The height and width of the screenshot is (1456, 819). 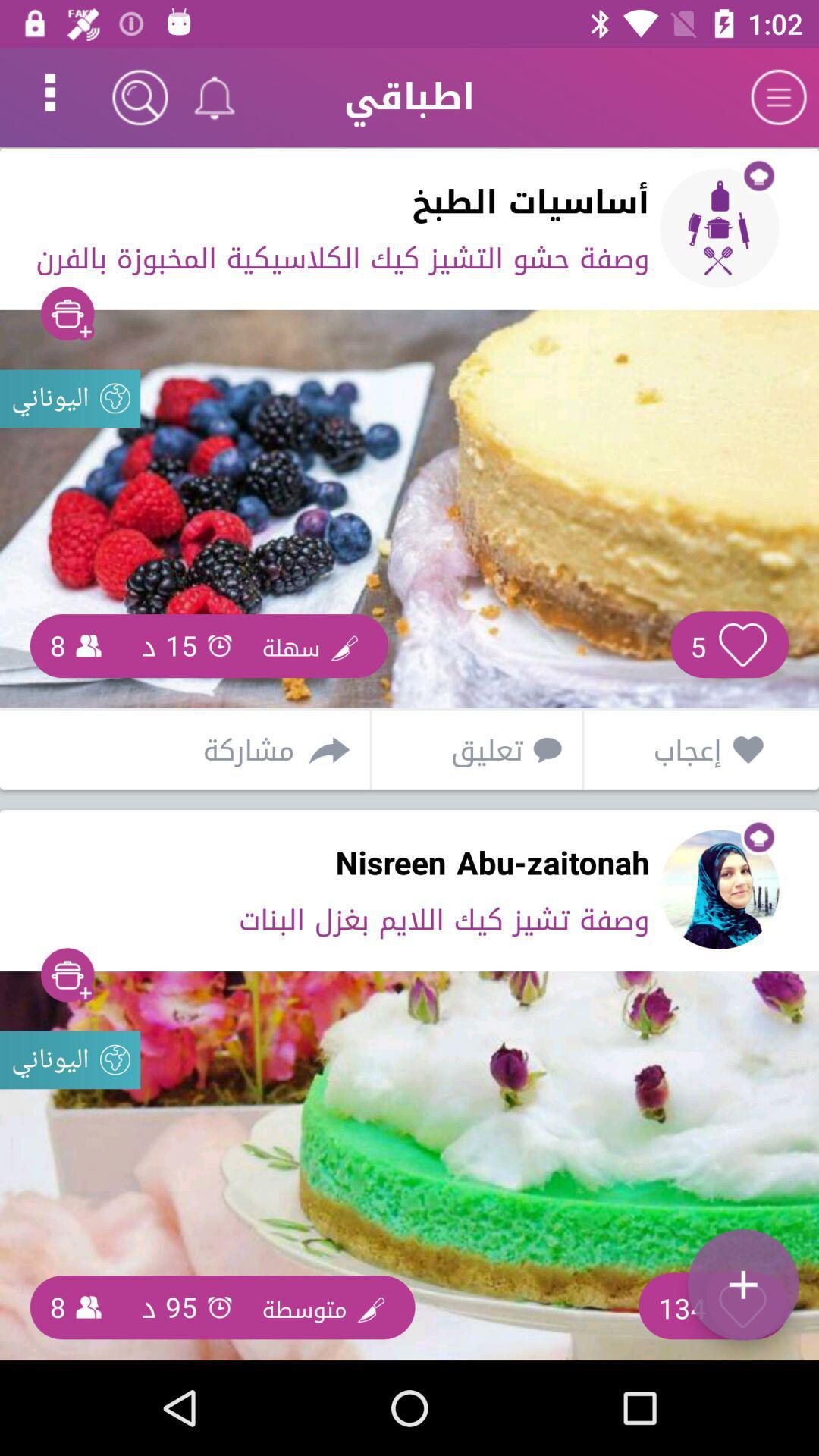 What do you see at coordinates (718, 227) in the screenshot?
I see `the label below the menu button` at bounding box center [718, 227].